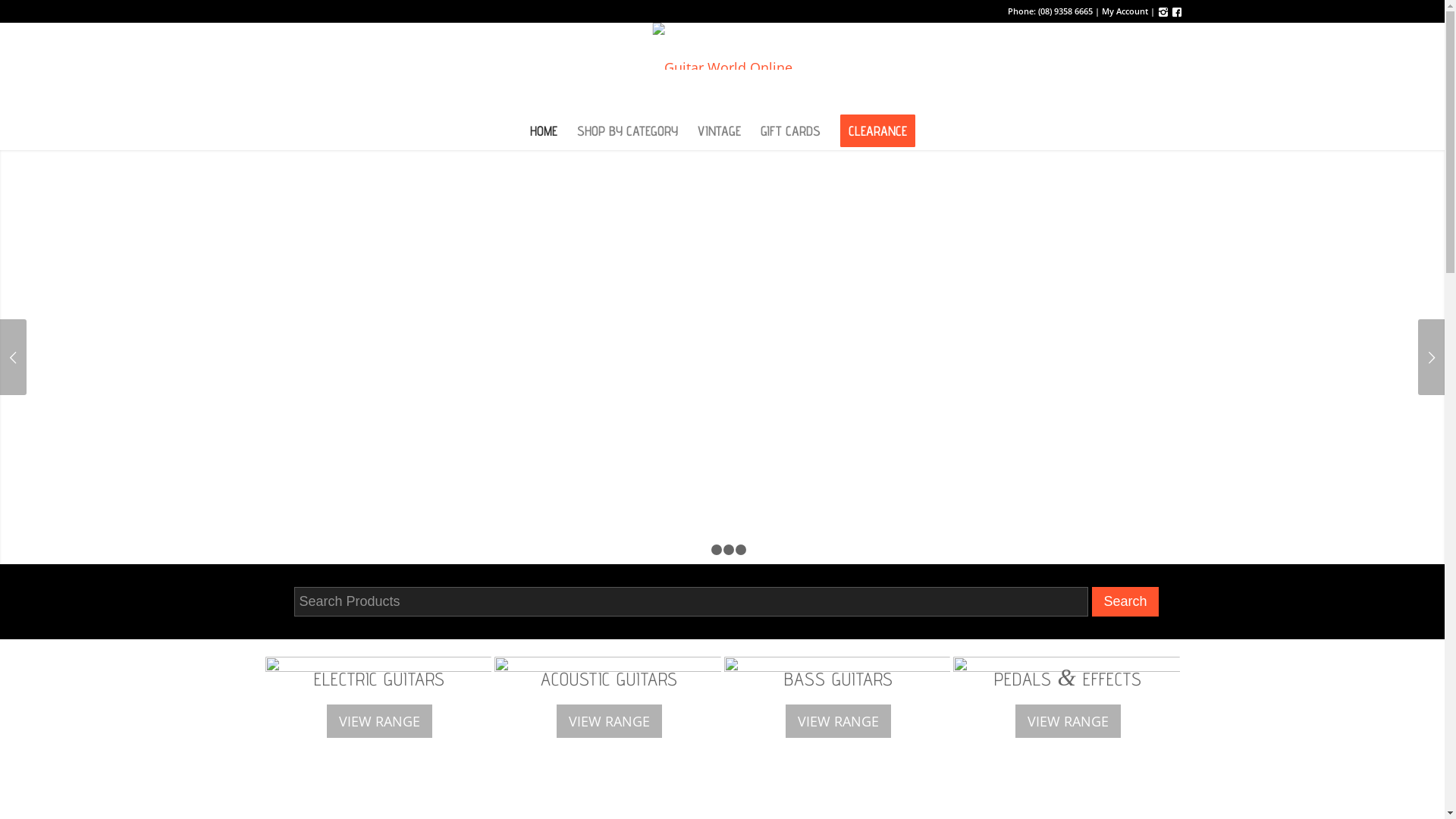  What do you see at coordinates (721, 66) in the screenshot?
I see `'GW-brand-col'` at bounding box center [721, 66].